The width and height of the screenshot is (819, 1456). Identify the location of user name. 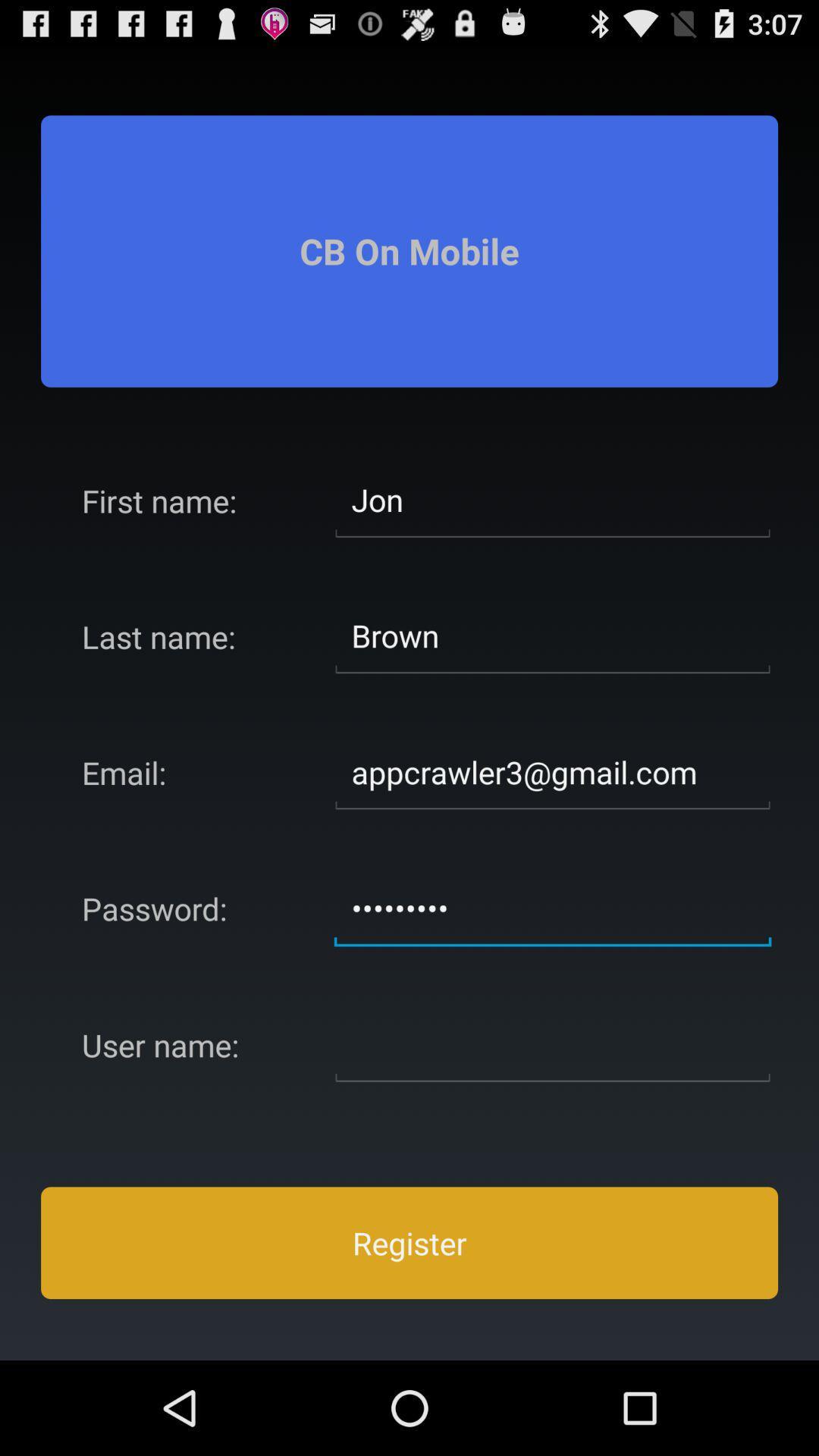
(553, 1043).